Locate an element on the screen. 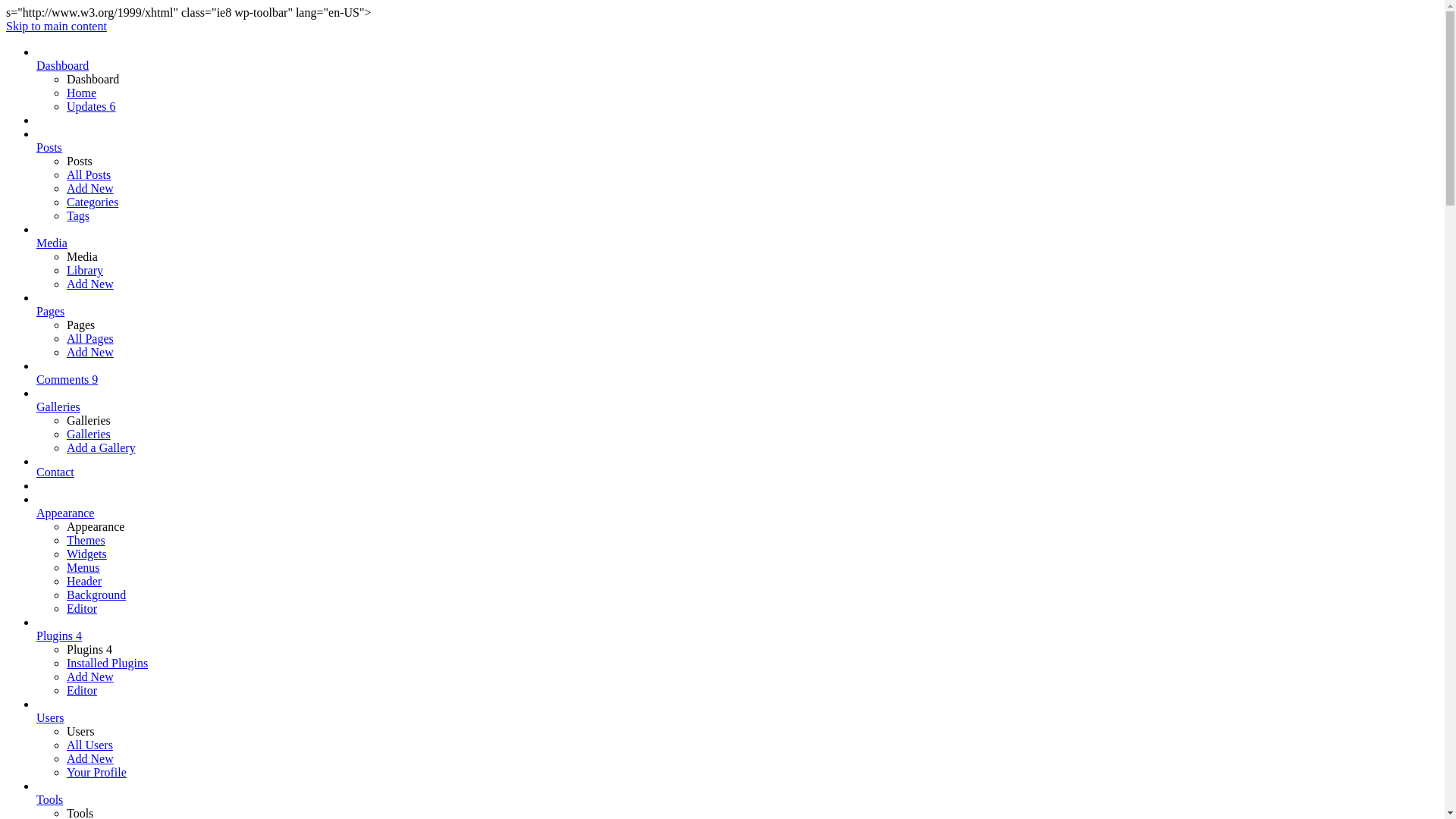  'Header' is located at coordinates (83, 580).